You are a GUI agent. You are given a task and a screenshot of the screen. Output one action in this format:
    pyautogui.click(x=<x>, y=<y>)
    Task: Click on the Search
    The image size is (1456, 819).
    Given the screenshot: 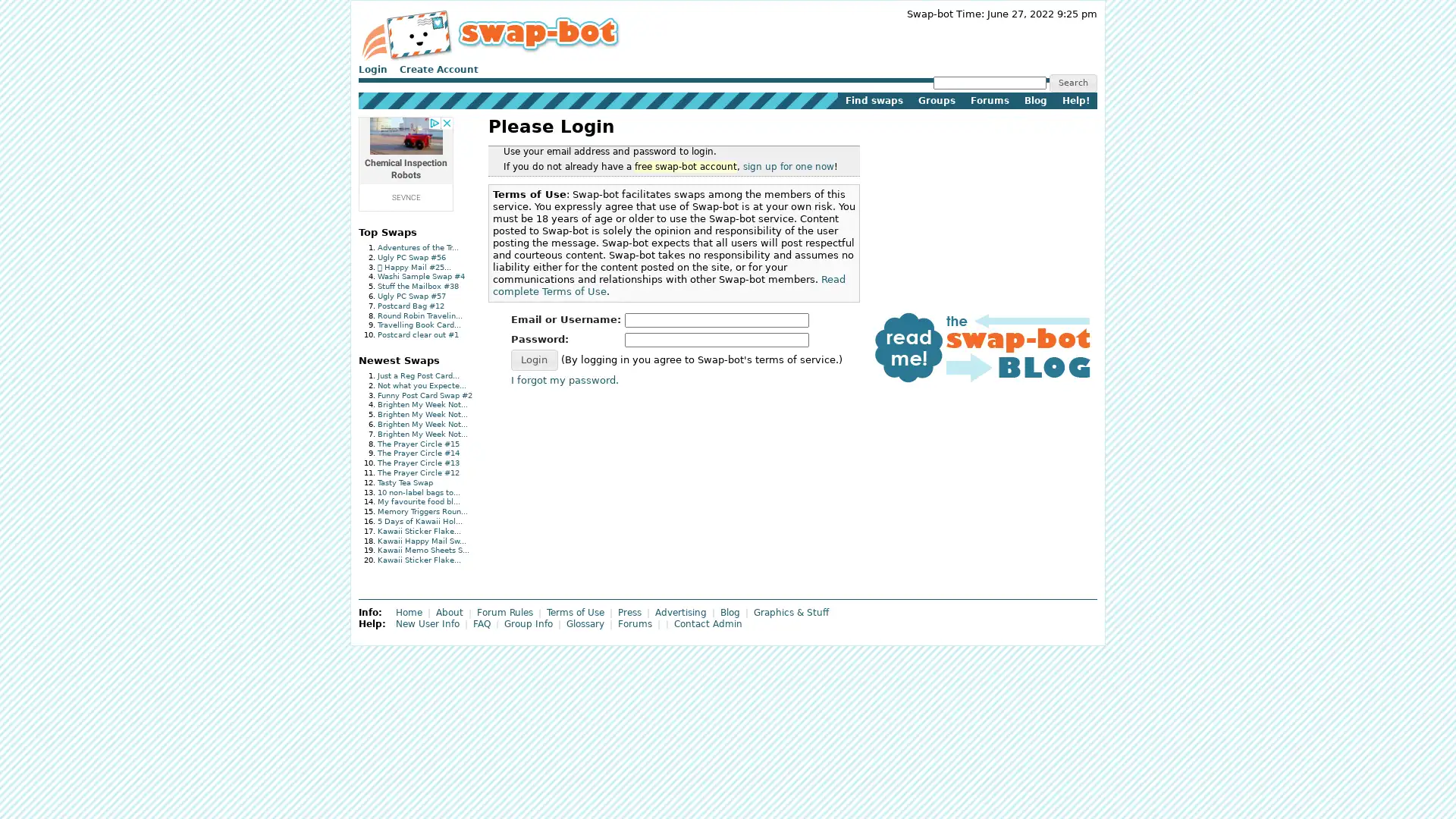 What is the action you would take?
    pyautogui.click(x=1072, y=83)
    